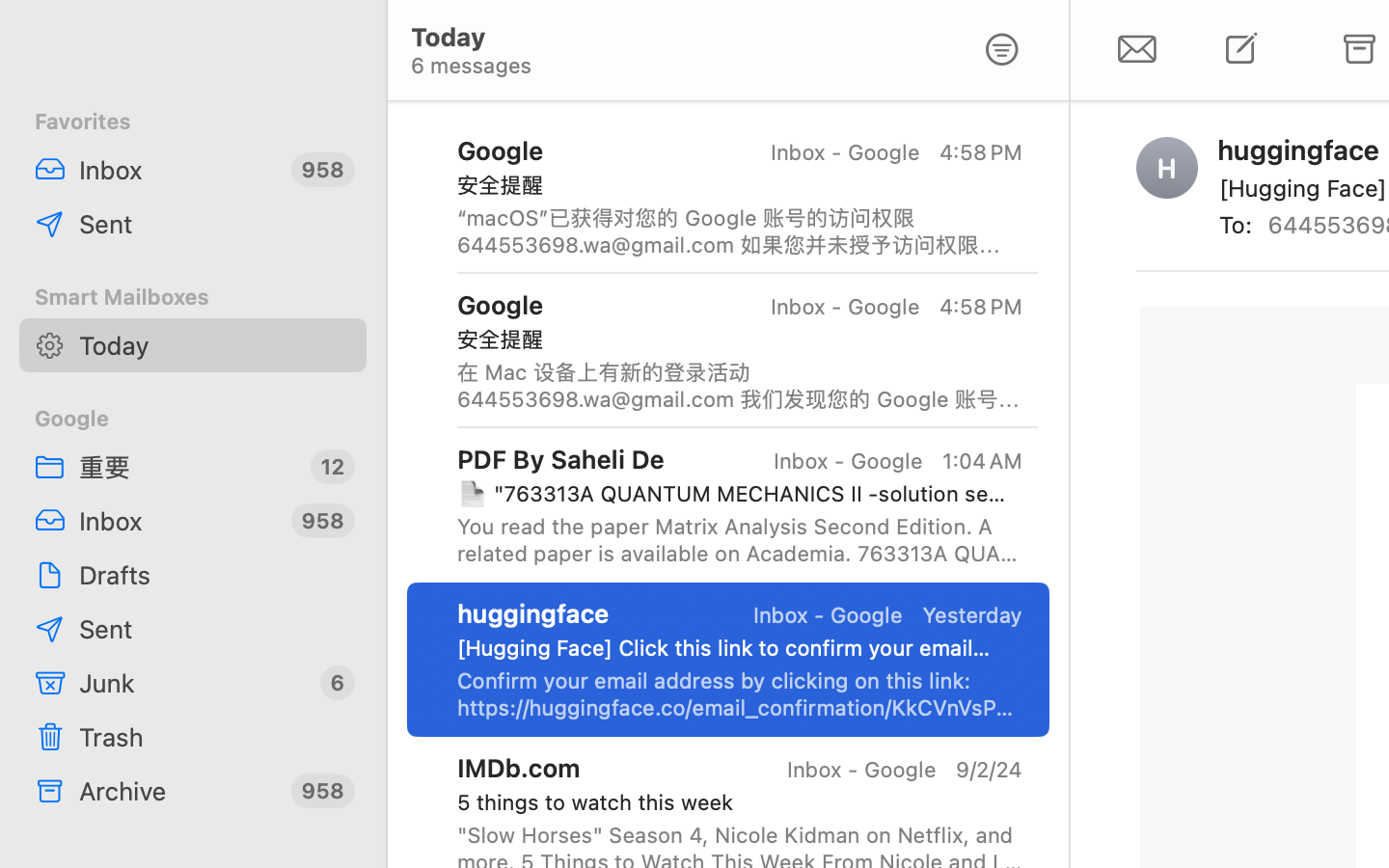  I want to click on 'Trash', so click(215, 736).